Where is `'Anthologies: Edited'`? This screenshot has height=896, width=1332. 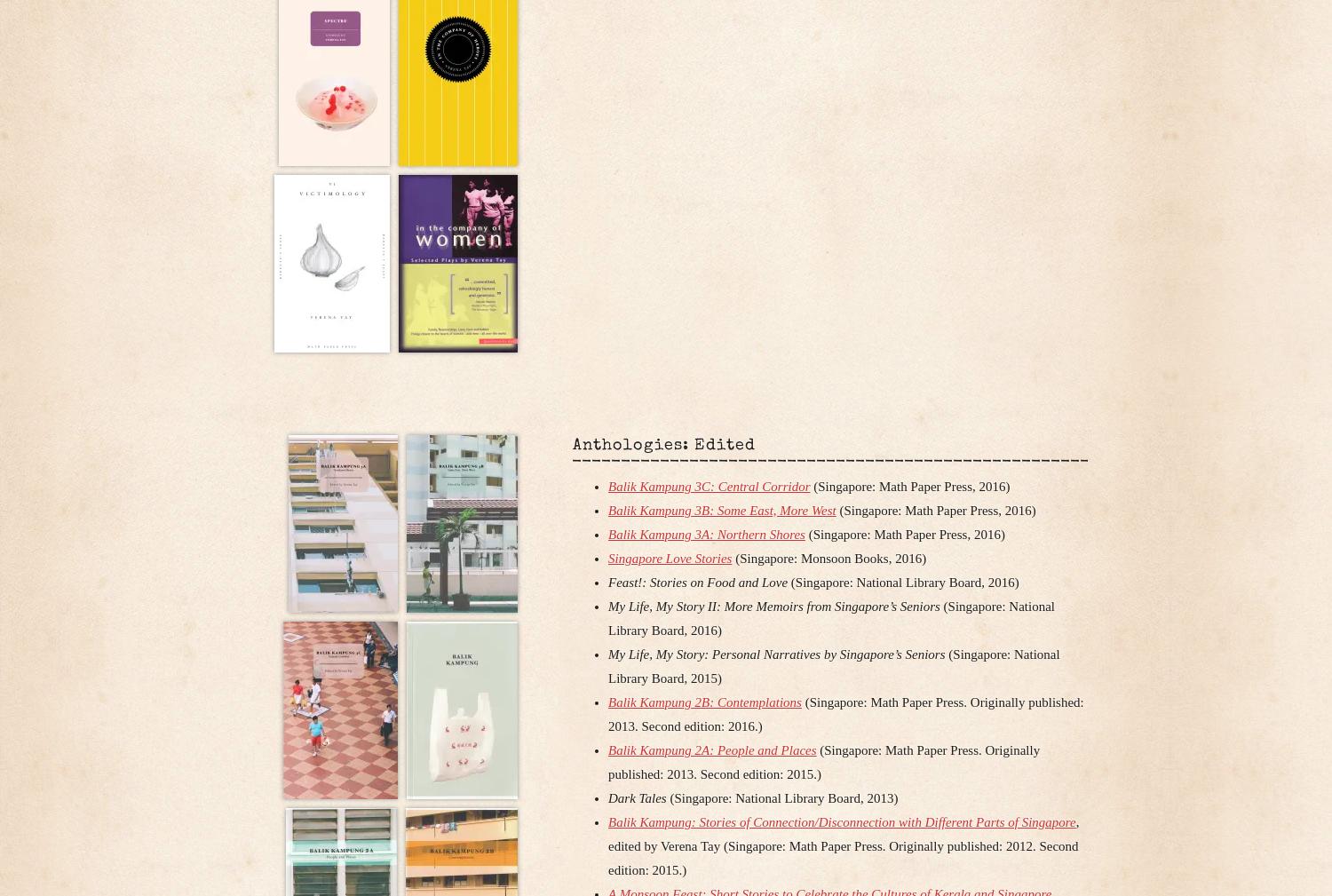
'Anthologies: Edited' is located at coordinates (663, 442).